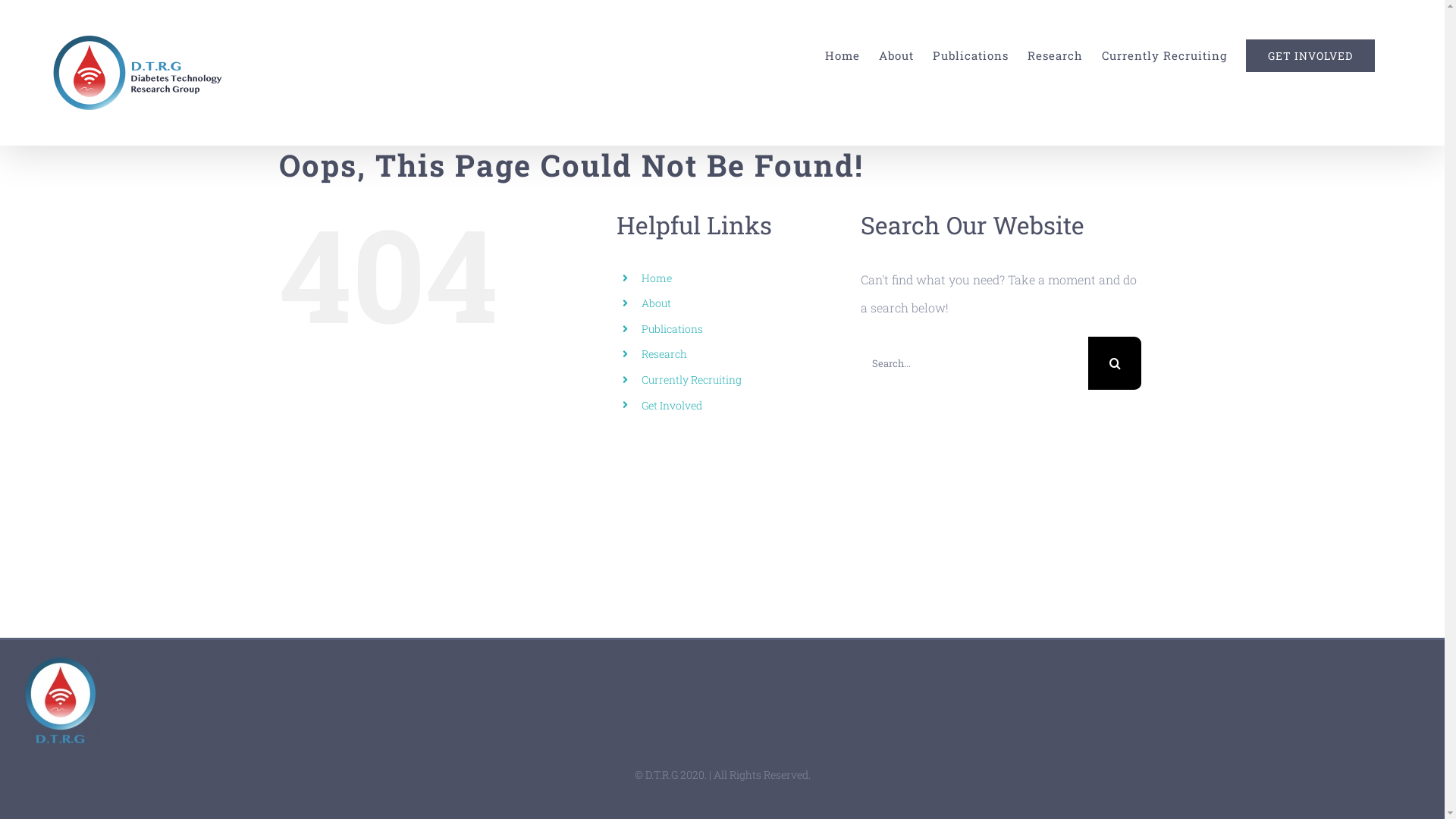 Image resolution: width=1456 pixels, height=819 pixels. Describe the element at coordinates (671, 404) in the screenshot. I see `'Get Involved'` at that location.